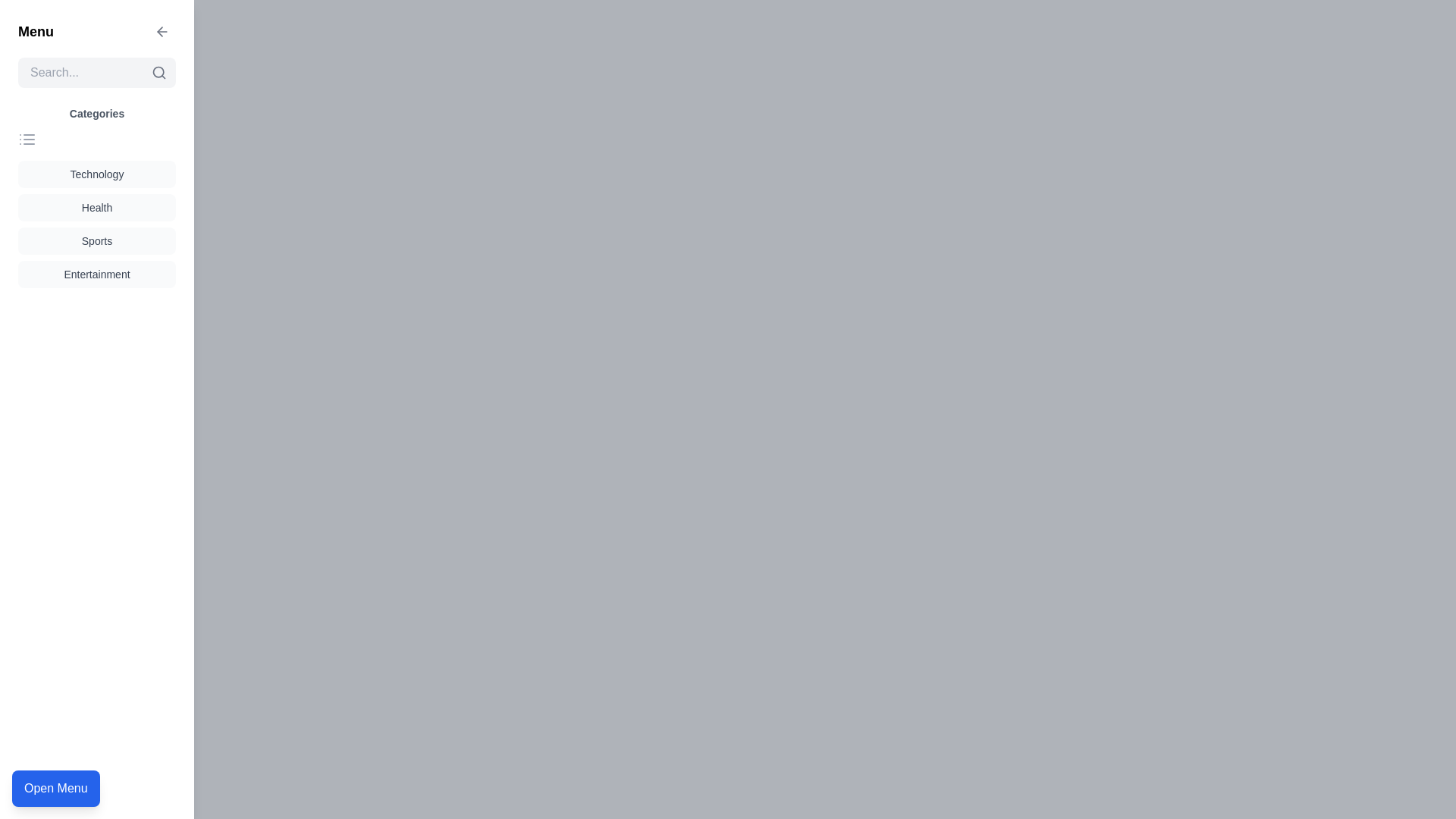 This screenshot has height=819, width=1456. Describe the element at coordinates (96, 196) in the screenshot. I see `the 'Categories' navigation menu located in the left sidebar, just below the search bar` at that location.